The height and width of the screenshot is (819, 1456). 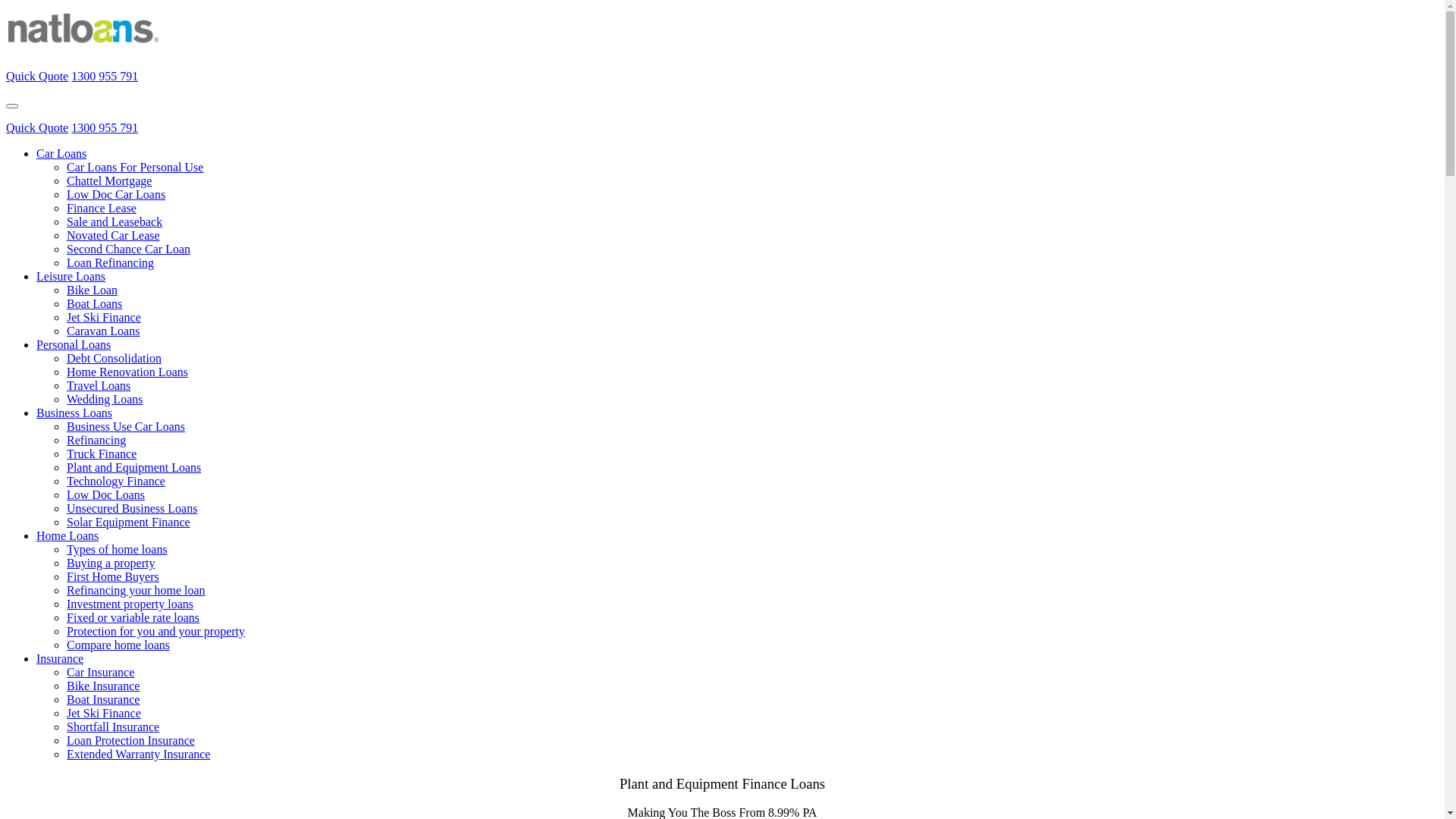 What do you see at coordinates (131, 508) in the screenshot?
I see `'Unsecured Business Loans'` at bounding box center [131, 508].